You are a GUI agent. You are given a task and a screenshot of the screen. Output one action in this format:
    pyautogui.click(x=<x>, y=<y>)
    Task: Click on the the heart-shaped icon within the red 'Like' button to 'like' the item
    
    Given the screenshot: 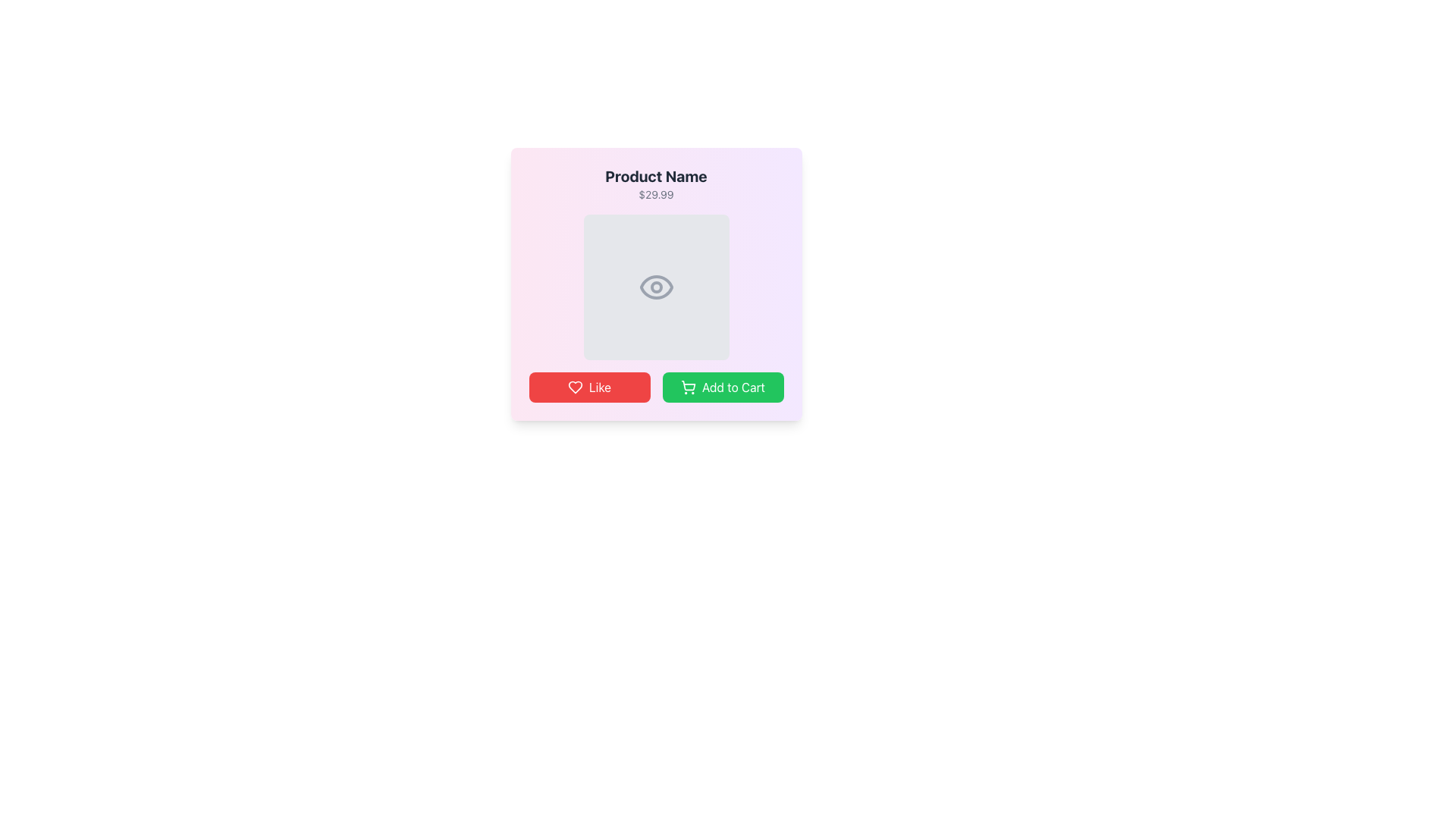 What is the action you would take?
    pyautogui.click(x=574, y=386)
    